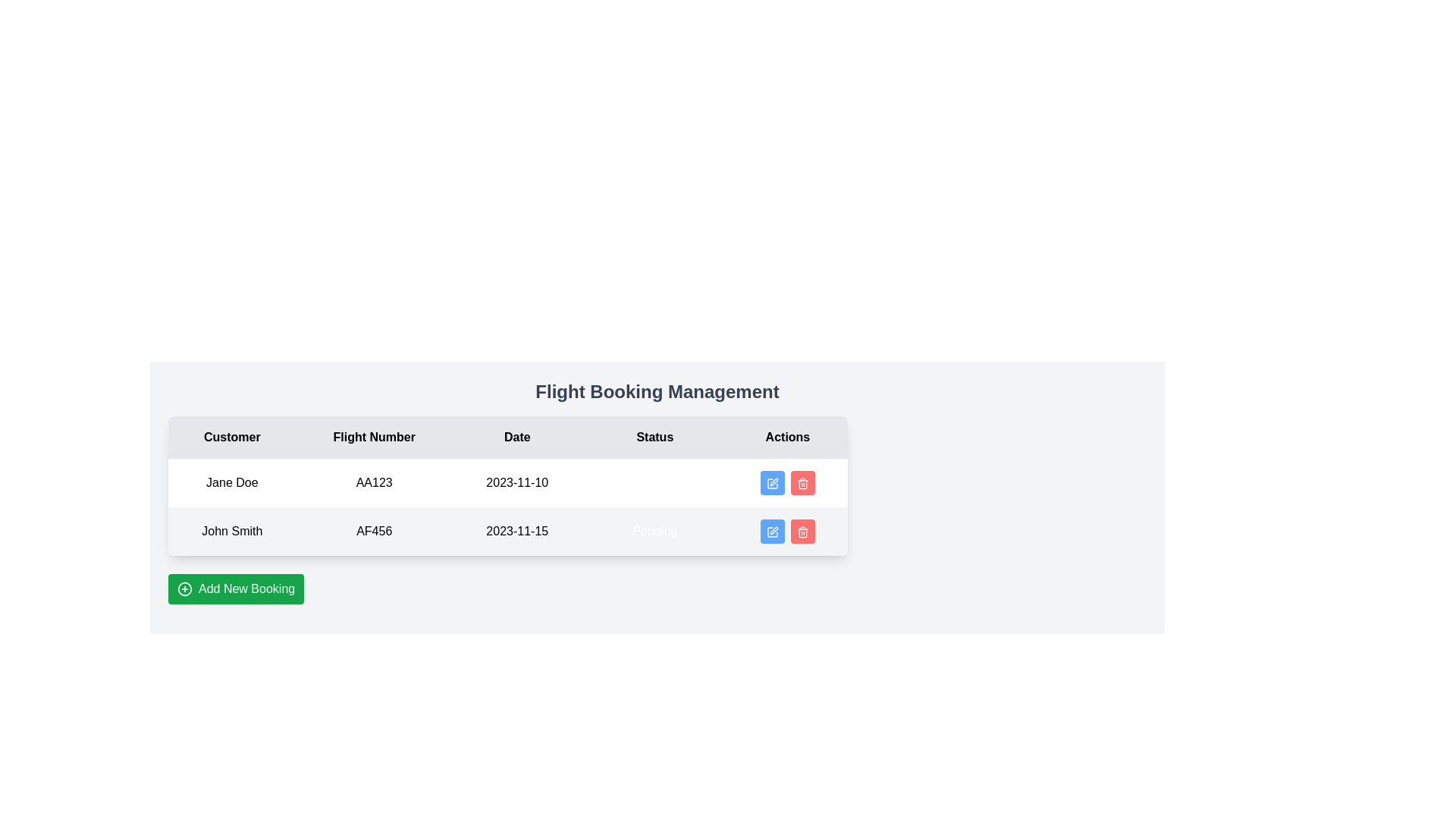 This screenshot has height=819, width=1456. What do you see at coordinates (508, 531) in the screenshot?
I see `the second row of the flight booking table` at bounding box center [508, 531].